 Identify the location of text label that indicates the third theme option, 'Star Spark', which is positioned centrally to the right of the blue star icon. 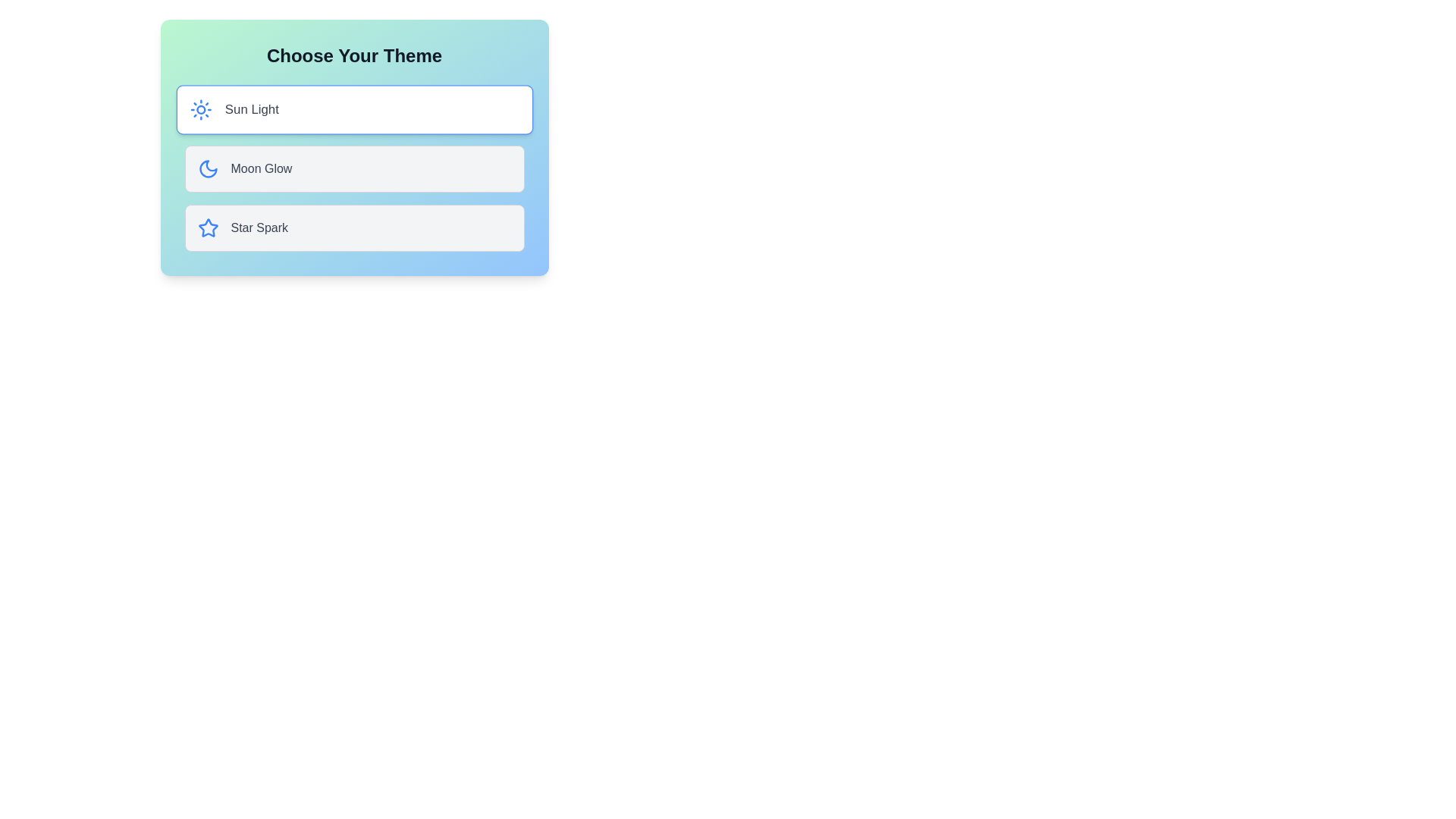
(259, 227).